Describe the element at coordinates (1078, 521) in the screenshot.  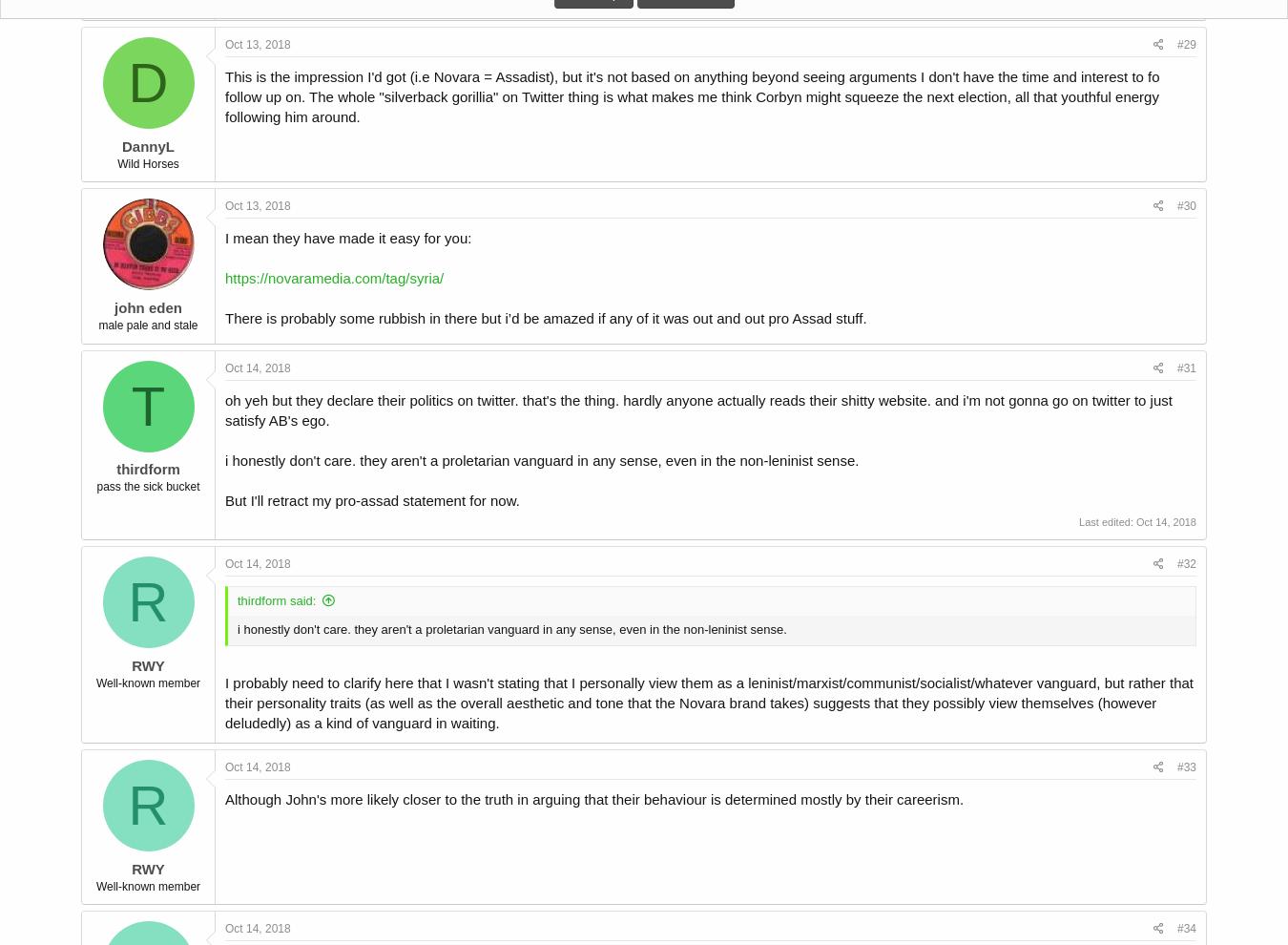
I see `'Last edited:'` at that location.